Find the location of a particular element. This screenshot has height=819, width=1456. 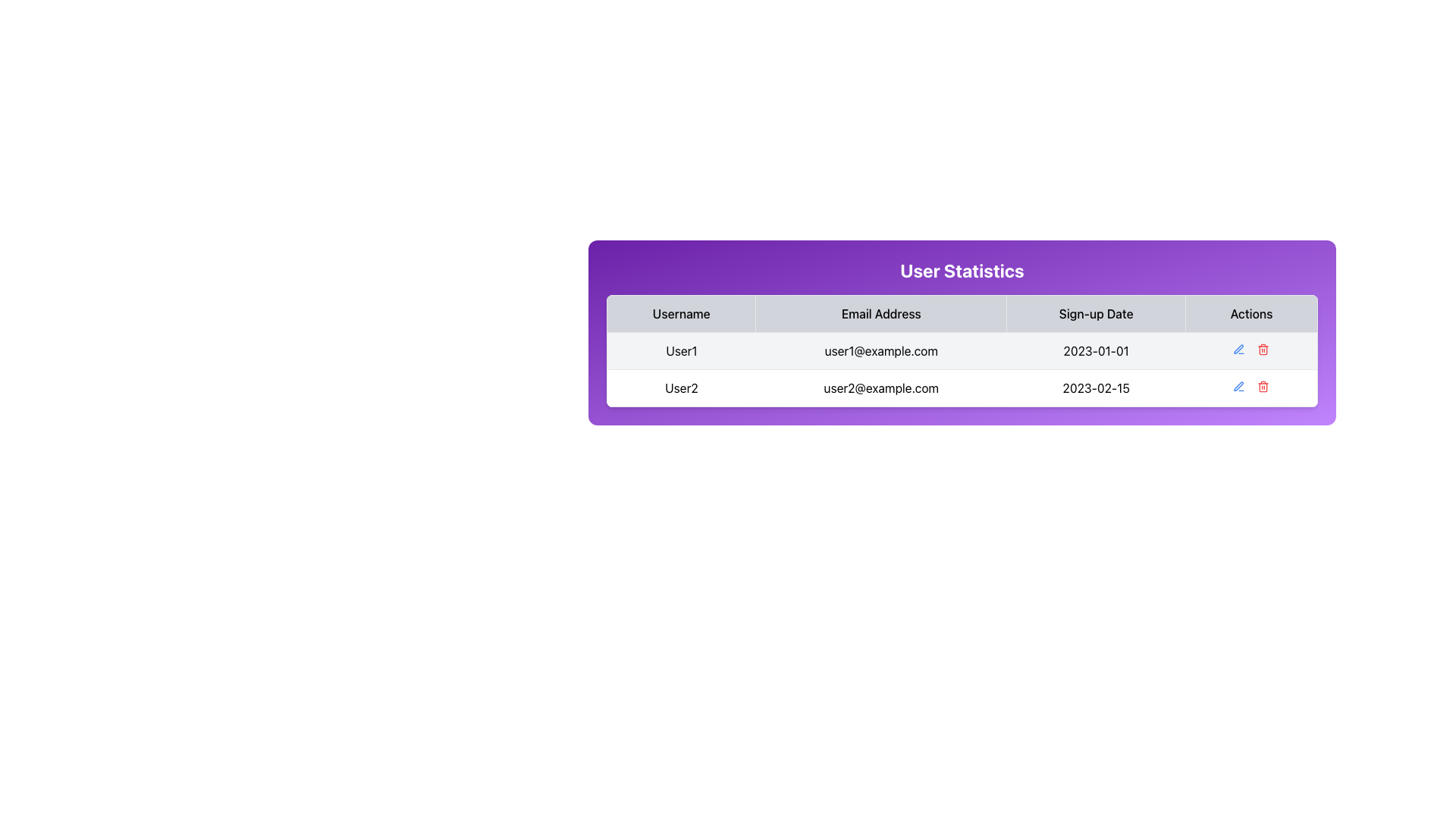

the pen icon located in the 'Actions' column of the second row in the 'User Statistics' table is located at coordinates (1238, 385).